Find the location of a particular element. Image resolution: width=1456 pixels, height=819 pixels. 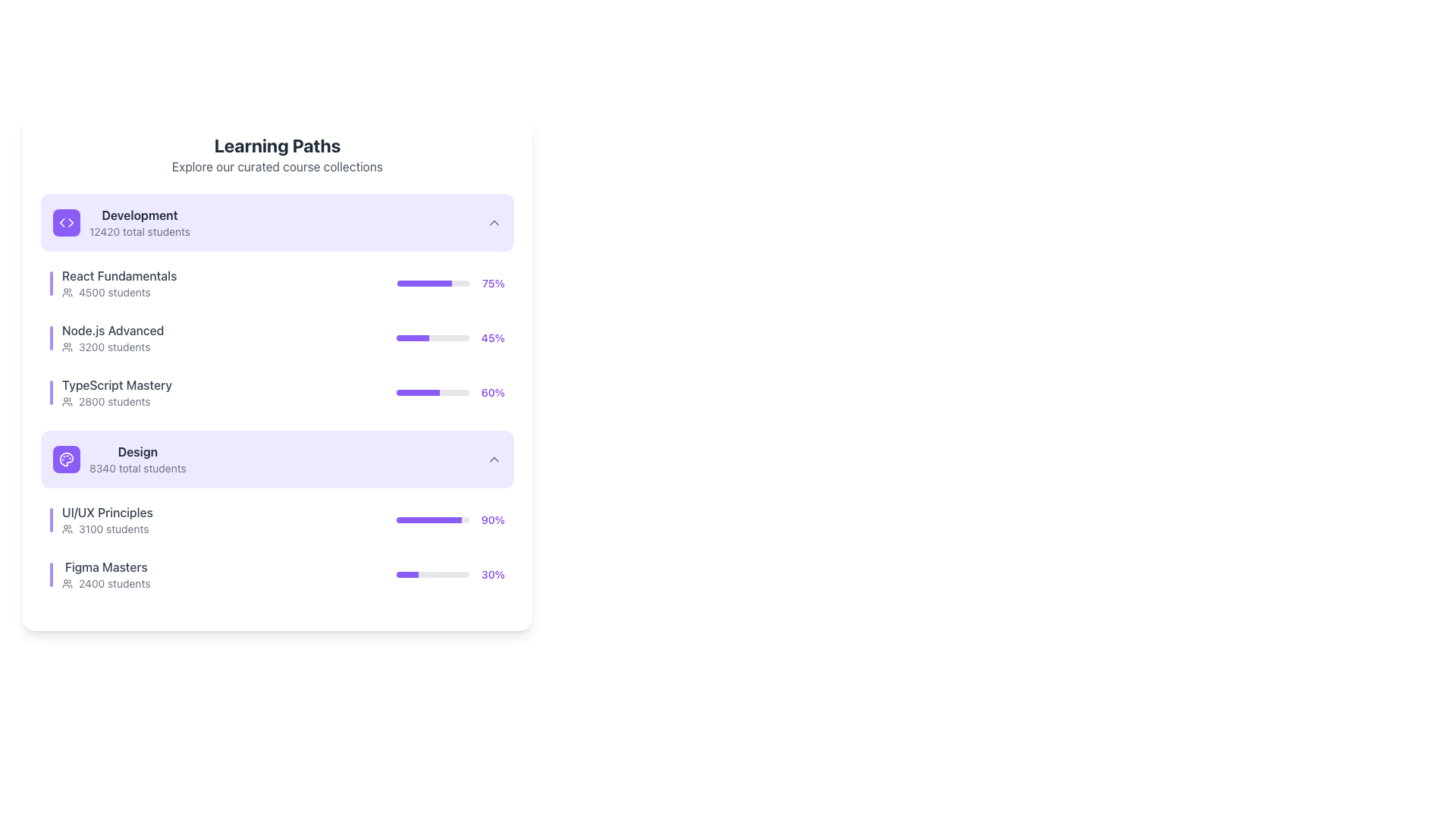

the 'Figma Masters' text element with an icon, which displays '2400 students' below it and is located under the 'UI/UX Principles' course category is located at coordinates (99, 575).